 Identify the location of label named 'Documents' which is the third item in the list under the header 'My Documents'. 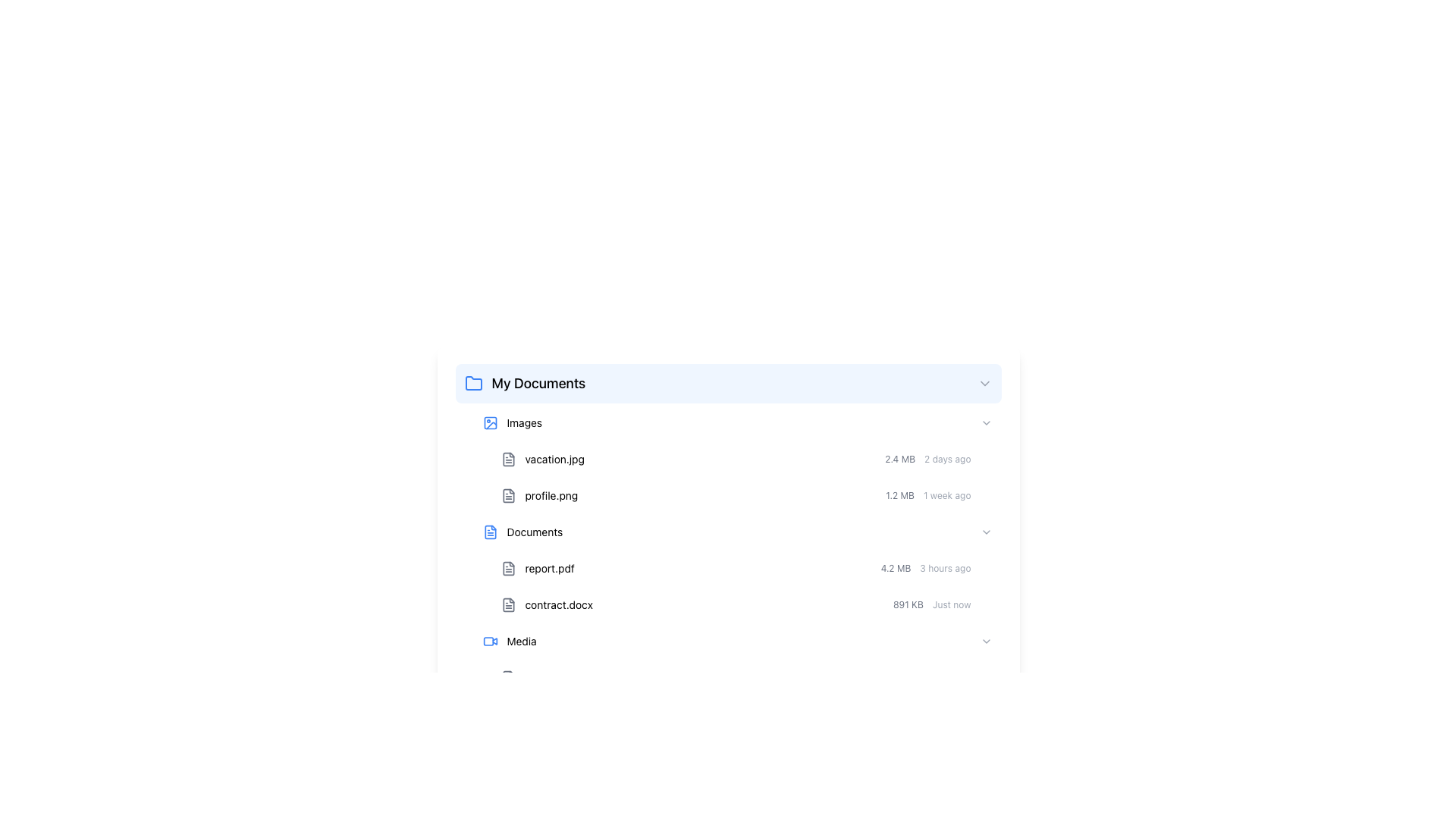
(535, 532).